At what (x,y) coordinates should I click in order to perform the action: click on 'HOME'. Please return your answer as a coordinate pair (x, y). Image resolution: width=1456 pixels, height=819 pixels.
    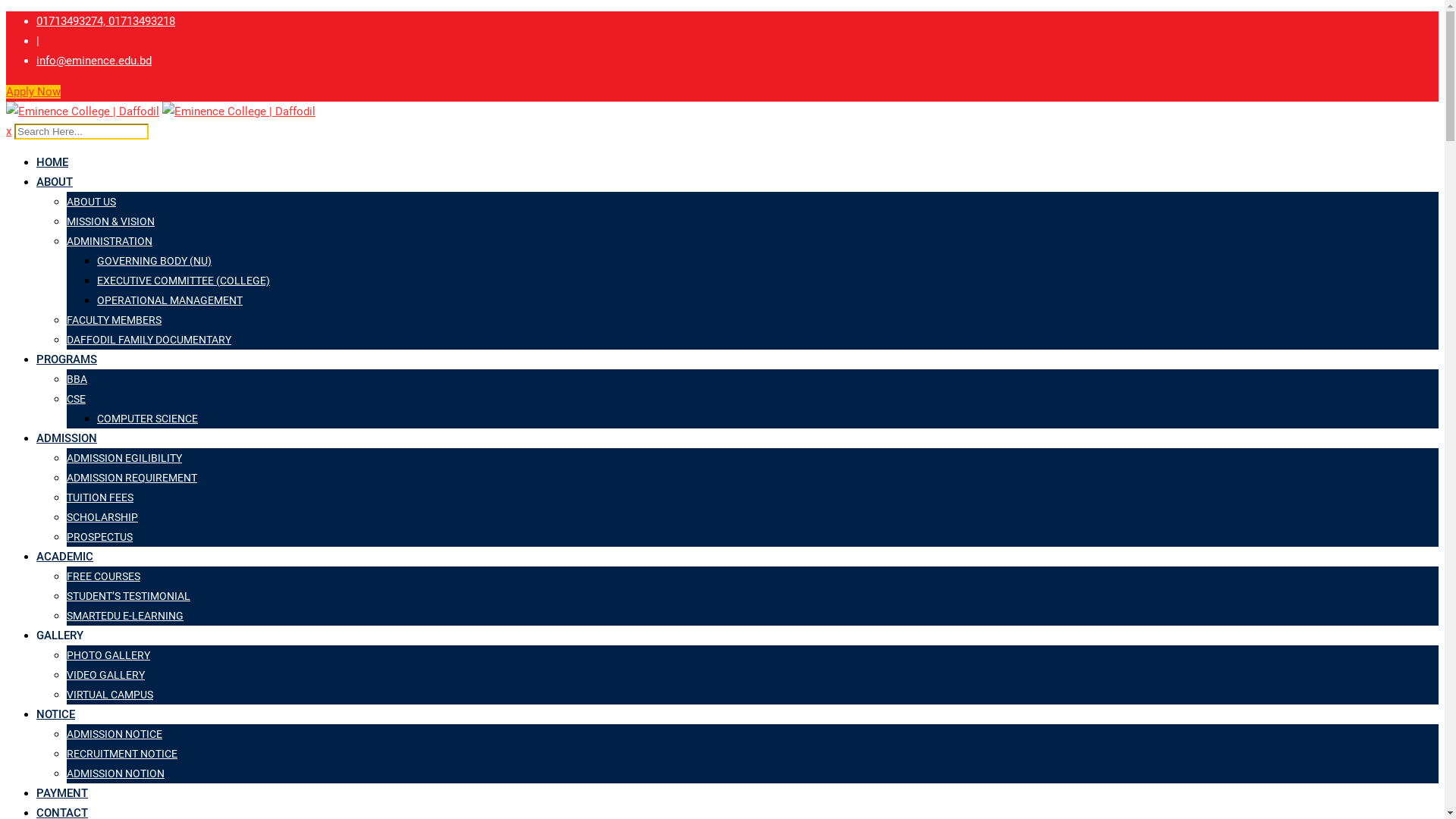
    Looking at the image, I should click on (52, 162).